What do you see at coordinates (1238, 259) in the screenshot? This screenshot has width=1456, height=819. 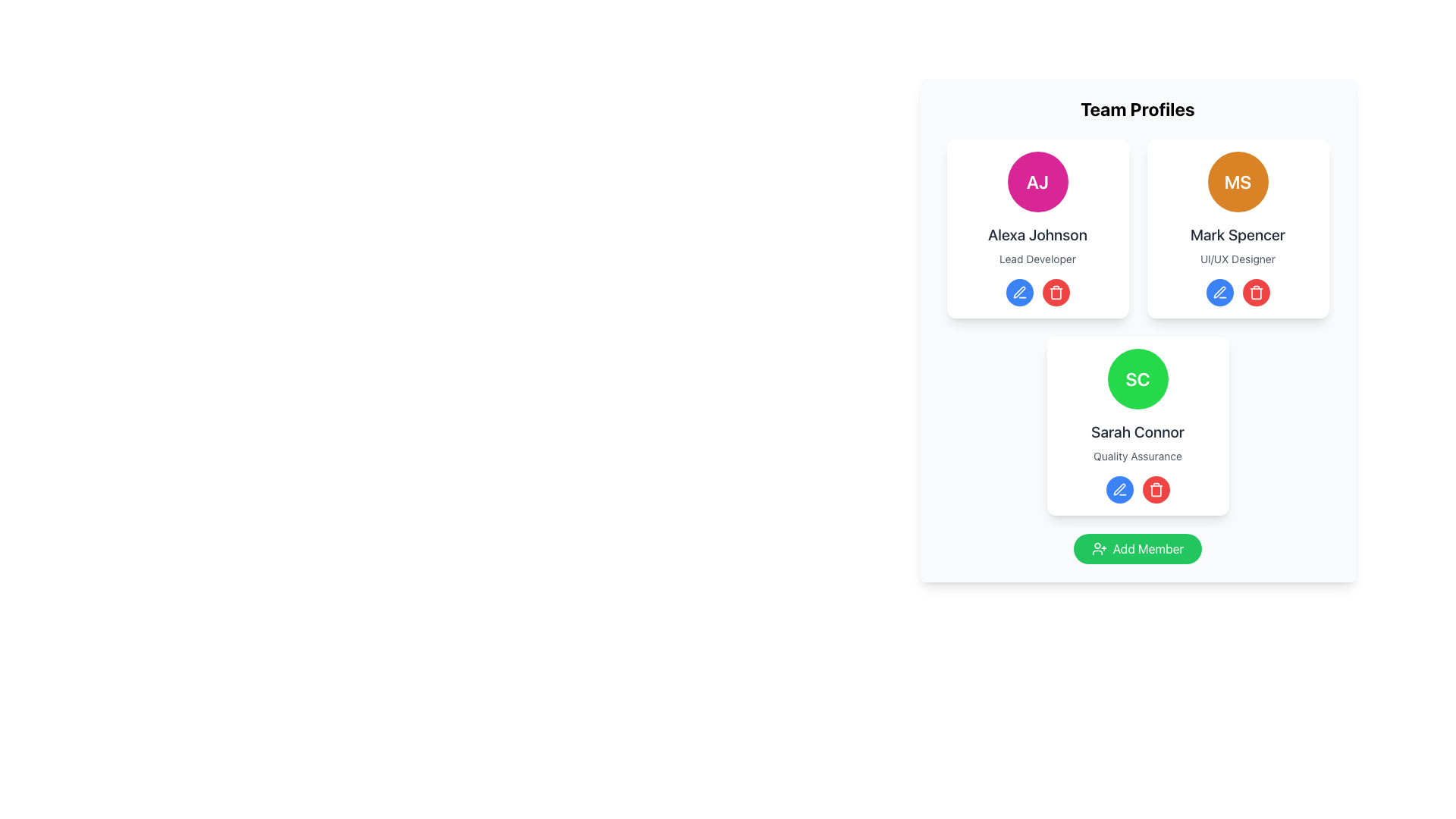 I see `the text label stating 'UI/UX Designer' located within the profile card of 'Mark Spencer', positioned beneath the main name and above action buttons` at bounding box center [1238, 259].